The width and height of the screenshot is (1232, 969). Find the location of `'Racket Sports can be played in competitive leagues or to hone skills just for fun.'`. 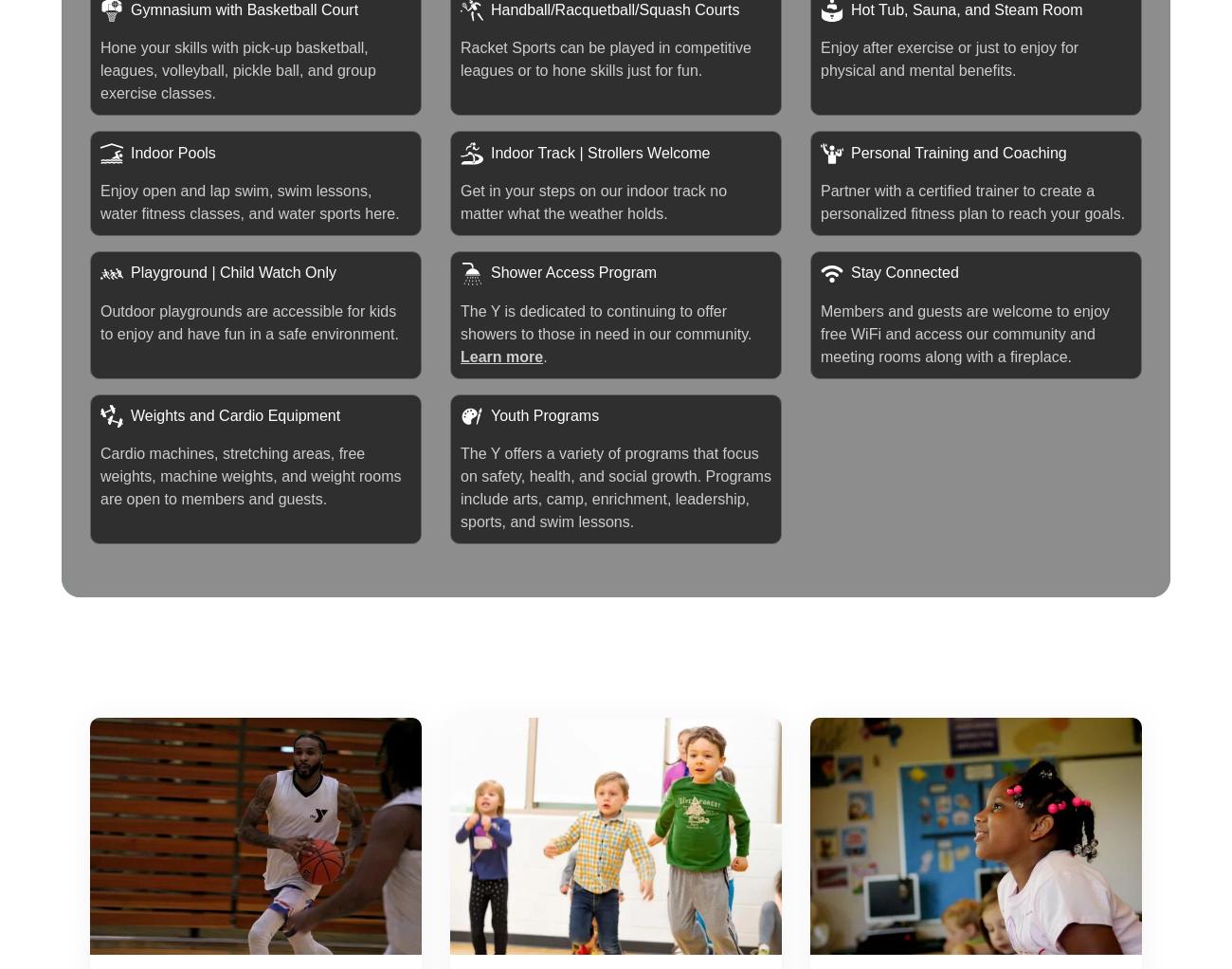

'Racket Sports can be played in competitive leagues or to hone skills just for fun.' is located at coordinates (605, 59).